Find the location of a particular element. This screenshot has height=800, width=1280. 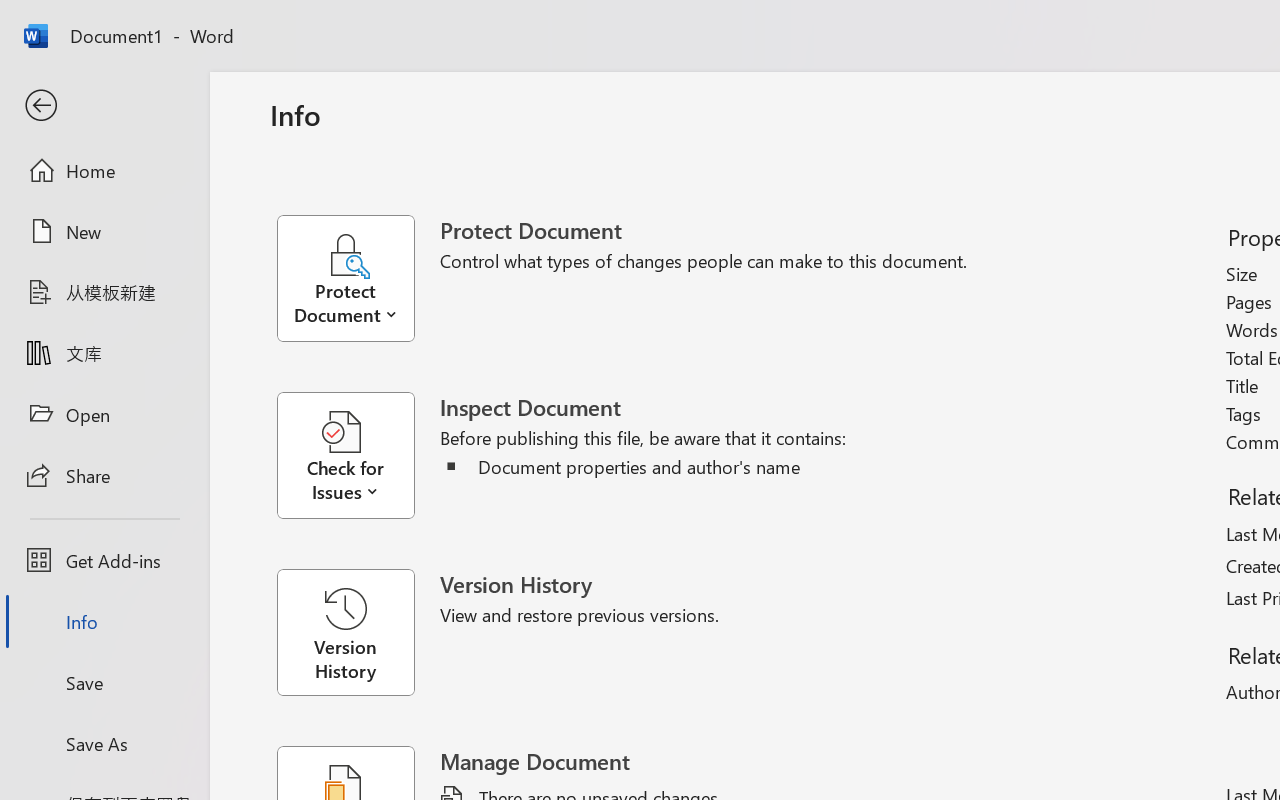

'Check for Issues' is located at coordinates (358, 454).